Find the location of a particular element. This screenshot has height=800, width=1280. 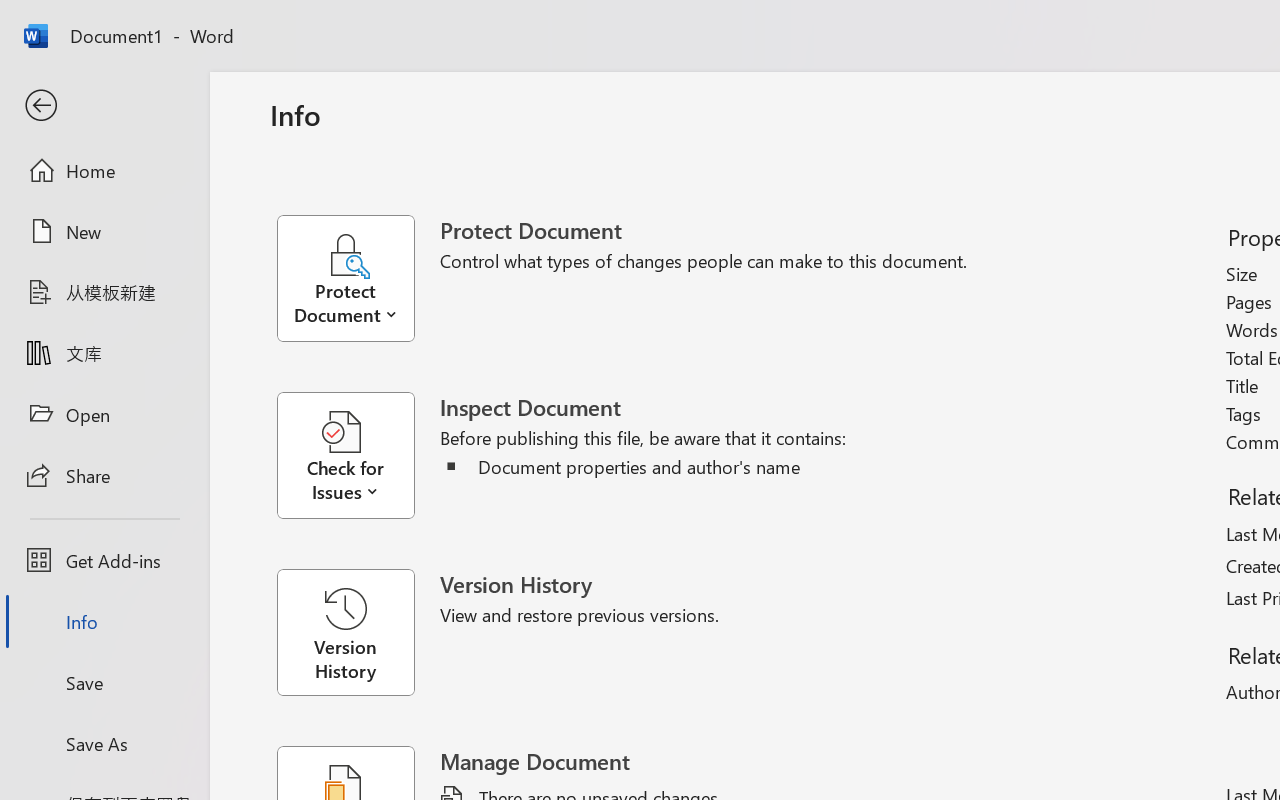

'Check for Issues' is located at coordinates (358, 454).